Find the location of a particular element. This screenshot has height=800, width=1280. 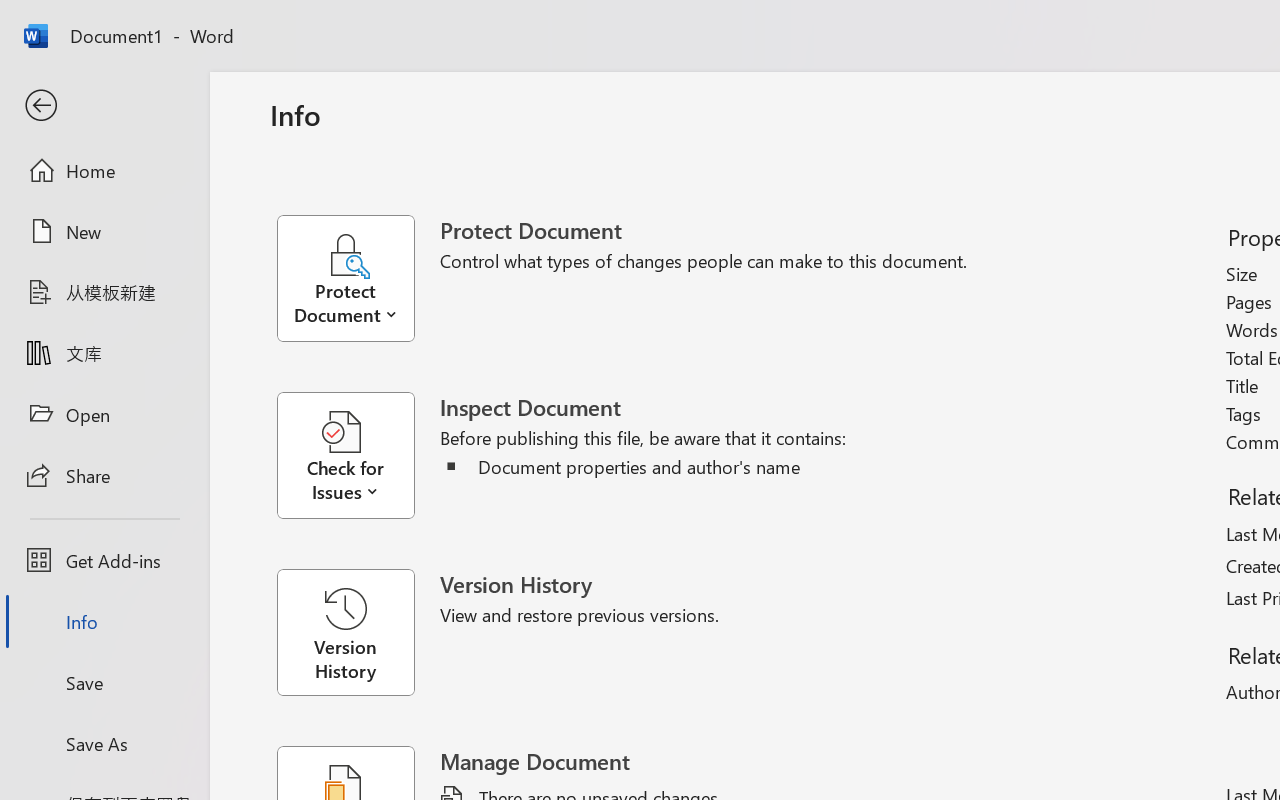

'Check for Issues' is located at coordinates (358, 454).